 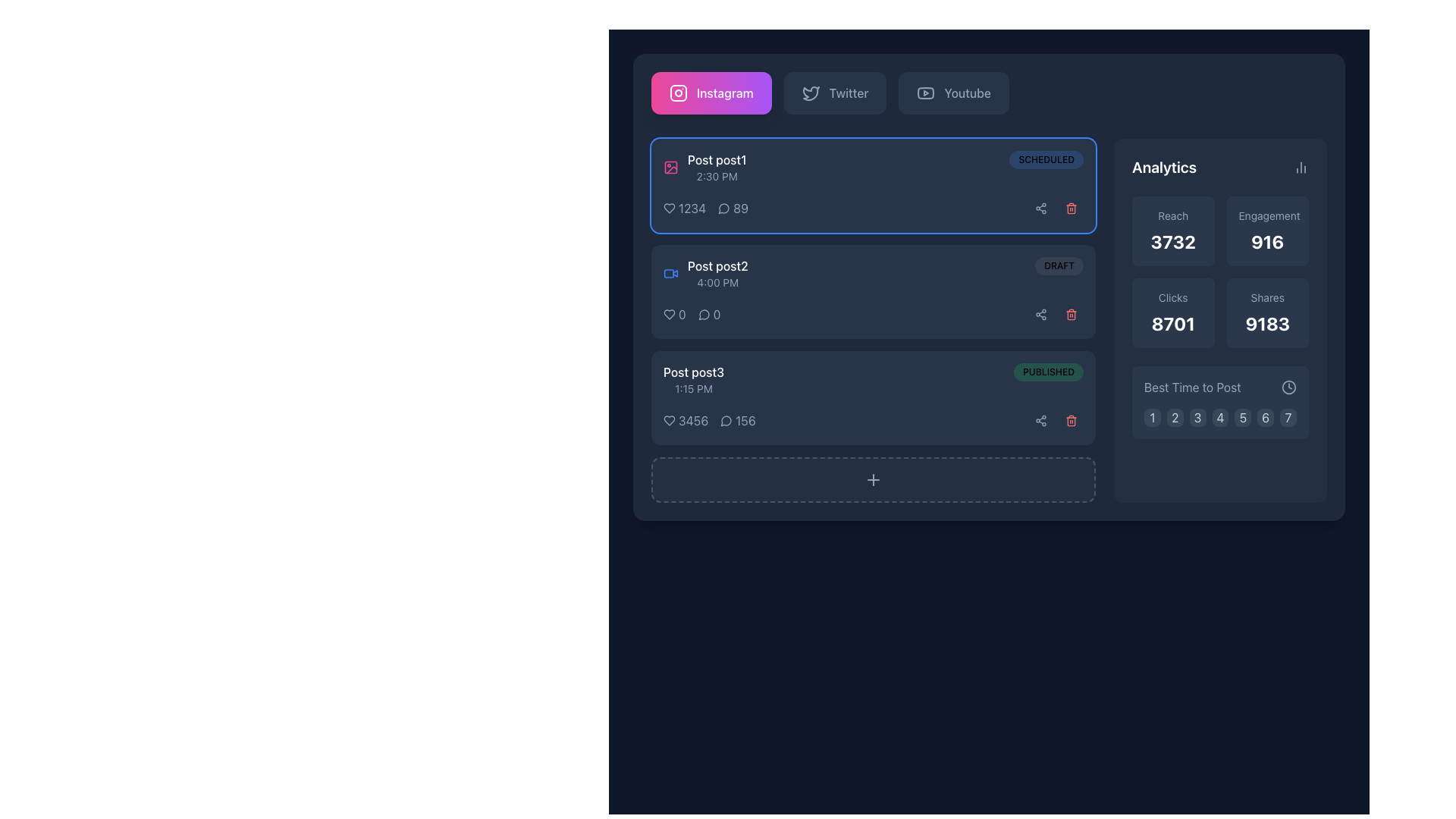 What do you see at coordinates (1267, 216) in the screenshot?
I see `the text label displaying 'Engagement' in light gray font, located in the 'Analytics' section above the numeric value '916'` at bounding box center [1267, 216].